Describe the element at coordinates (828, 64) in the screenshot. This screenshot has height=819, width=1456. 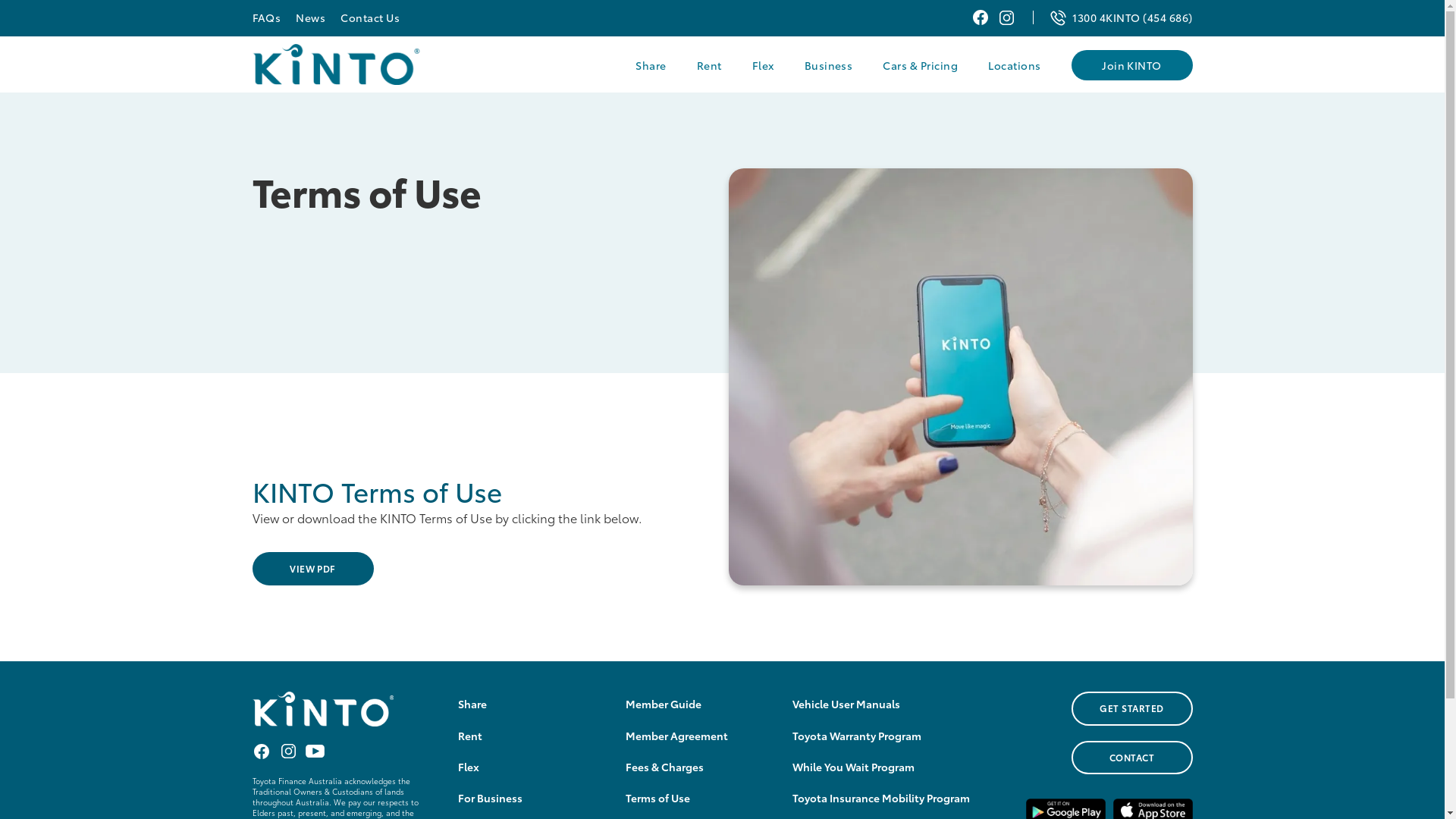
I see `'Business'` at that location.